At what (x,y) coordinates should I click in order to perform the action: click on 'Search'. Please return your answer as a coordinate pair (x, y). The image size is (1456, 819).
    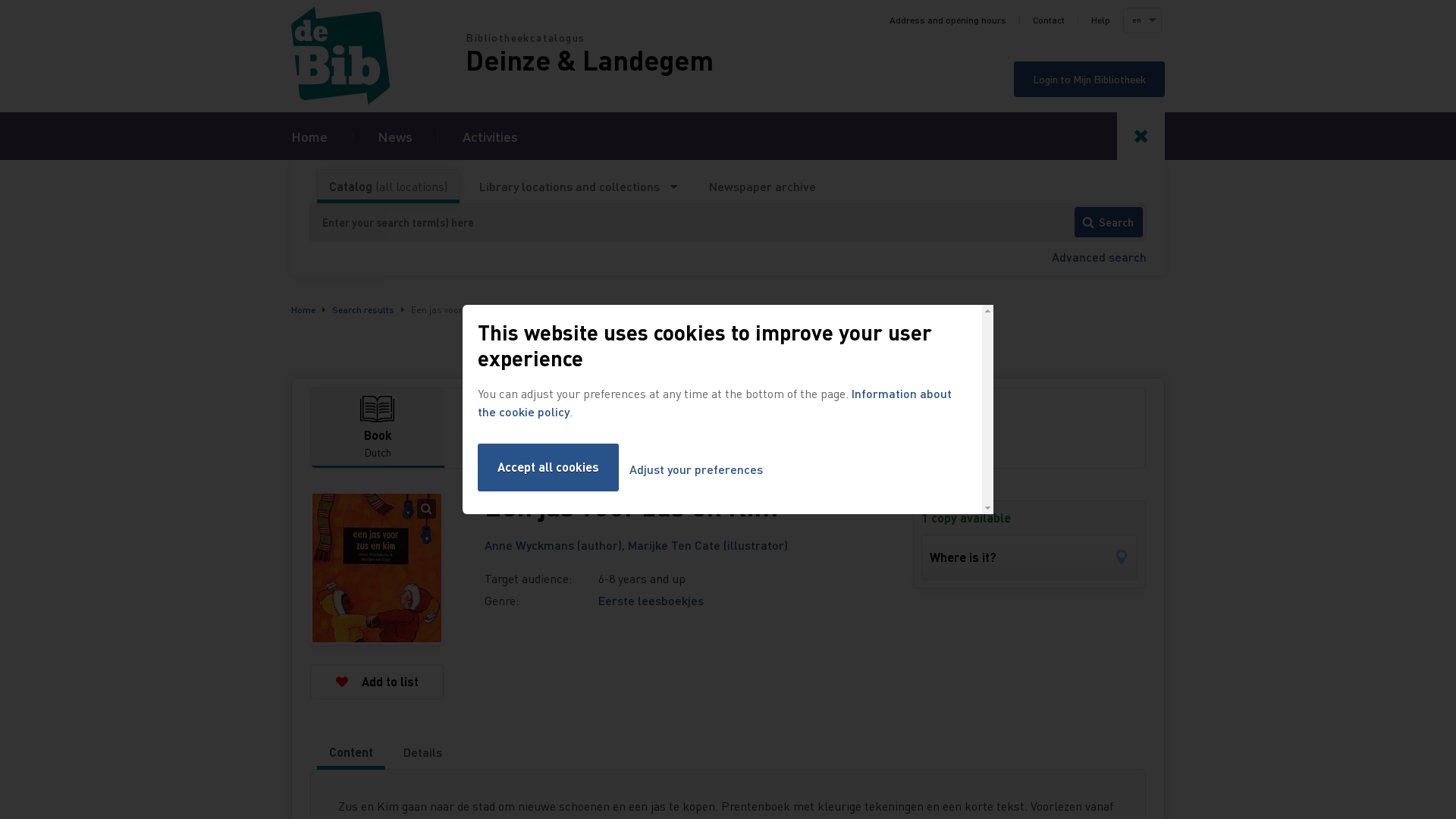
    Looking at the image, I should click on (1073, 222).